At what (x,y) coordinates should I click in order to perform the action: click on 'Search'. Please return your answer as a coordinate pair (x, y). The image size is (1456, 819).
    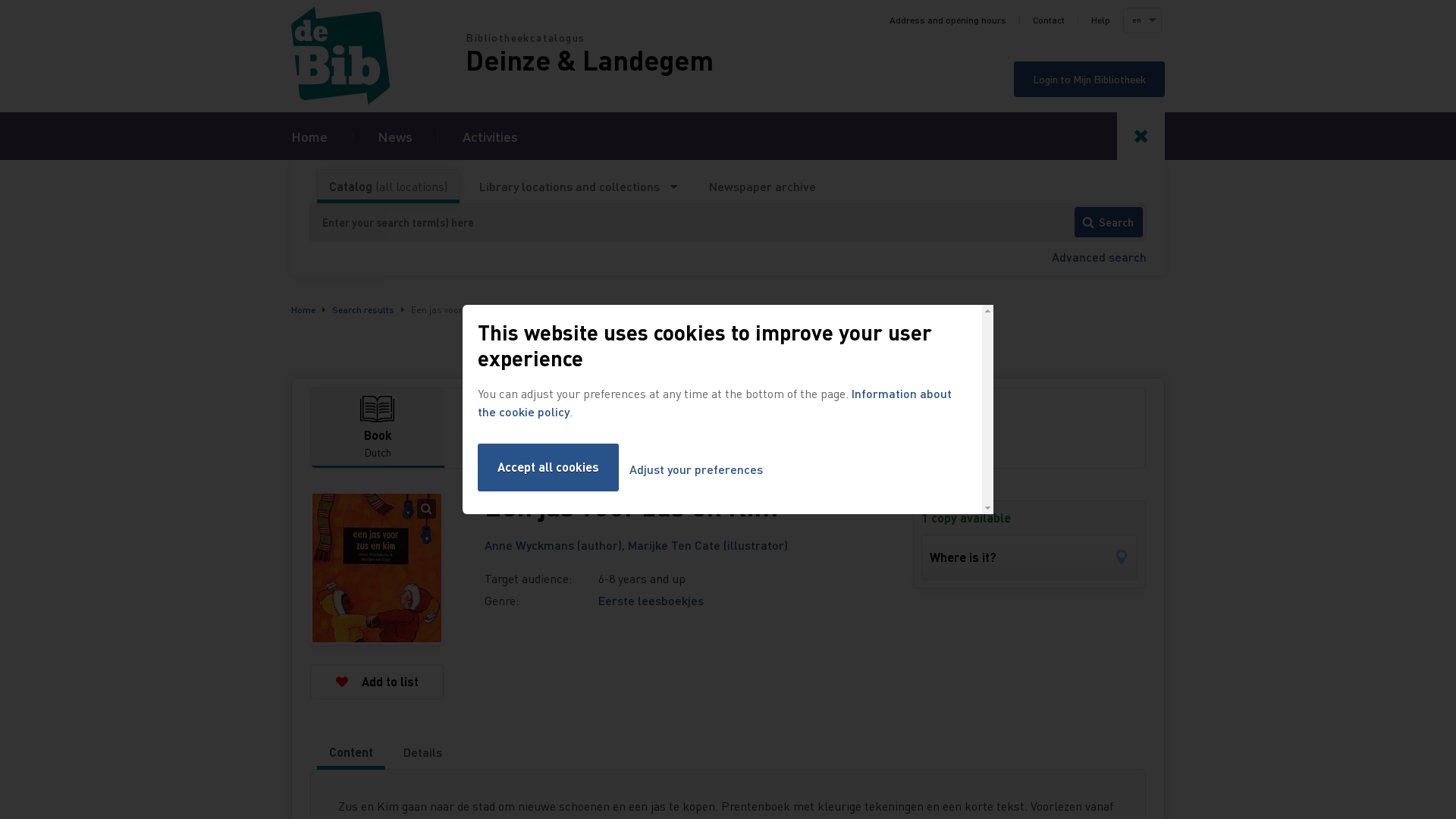
    Looking at the image, I should click on (1073, 222).